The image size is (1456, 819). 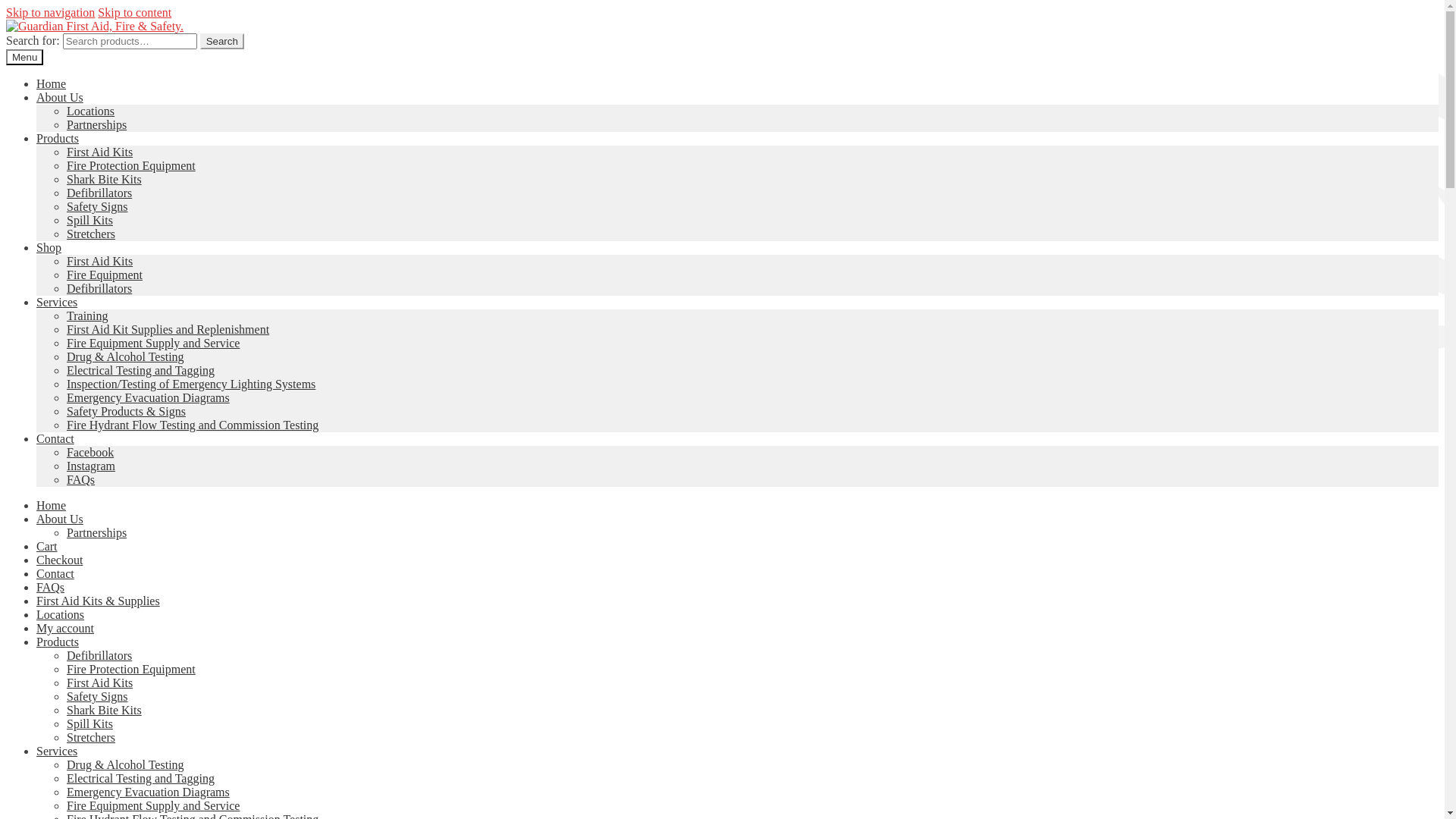 What do you see at coordinates (152, 805) in the screenshot?
I see `'Fire Equipment Supply and Service'` at bounding box center [152, 805].